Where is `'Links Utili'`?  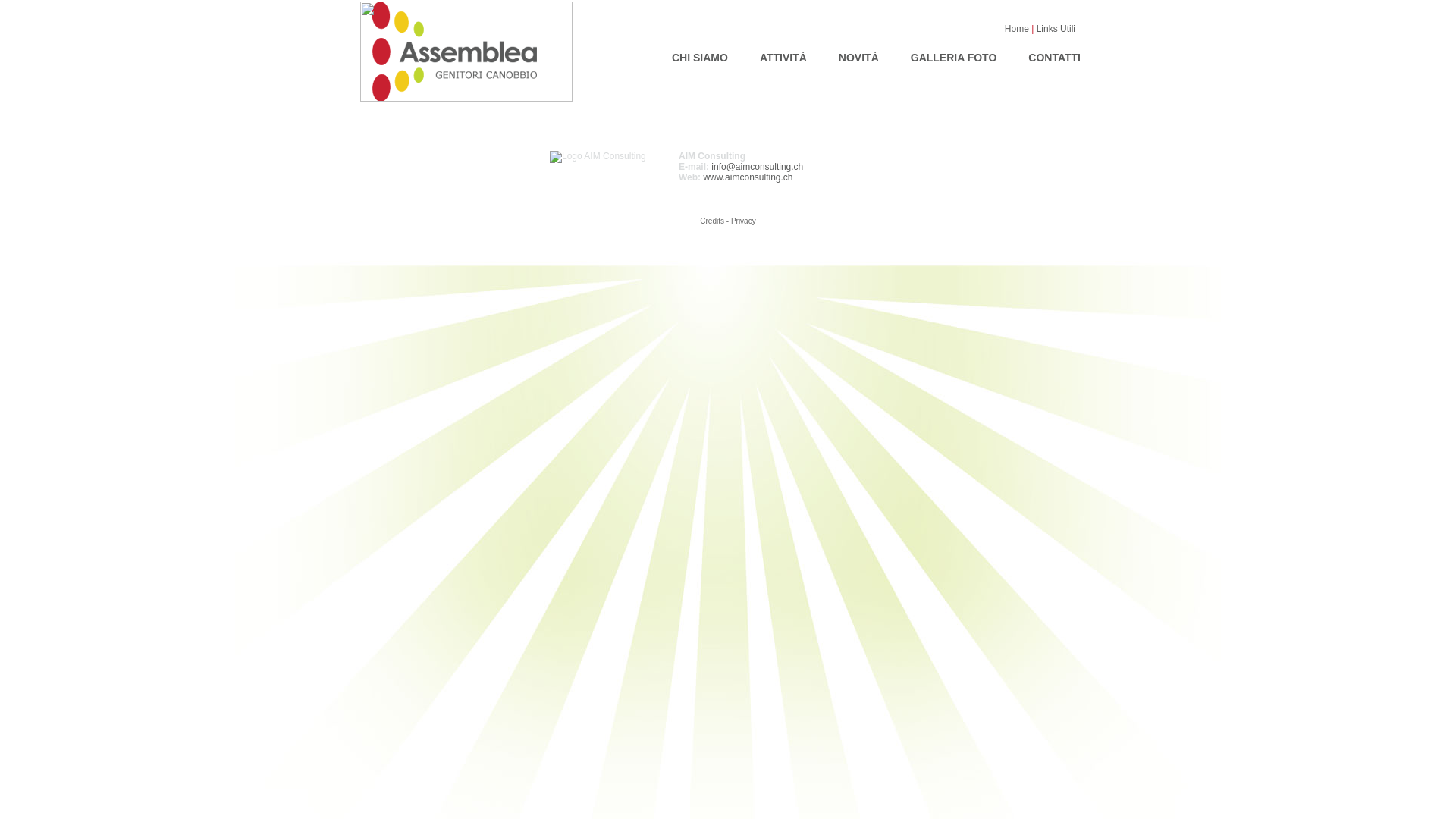 'Links Utili' is located at coordinates (1055, 29).